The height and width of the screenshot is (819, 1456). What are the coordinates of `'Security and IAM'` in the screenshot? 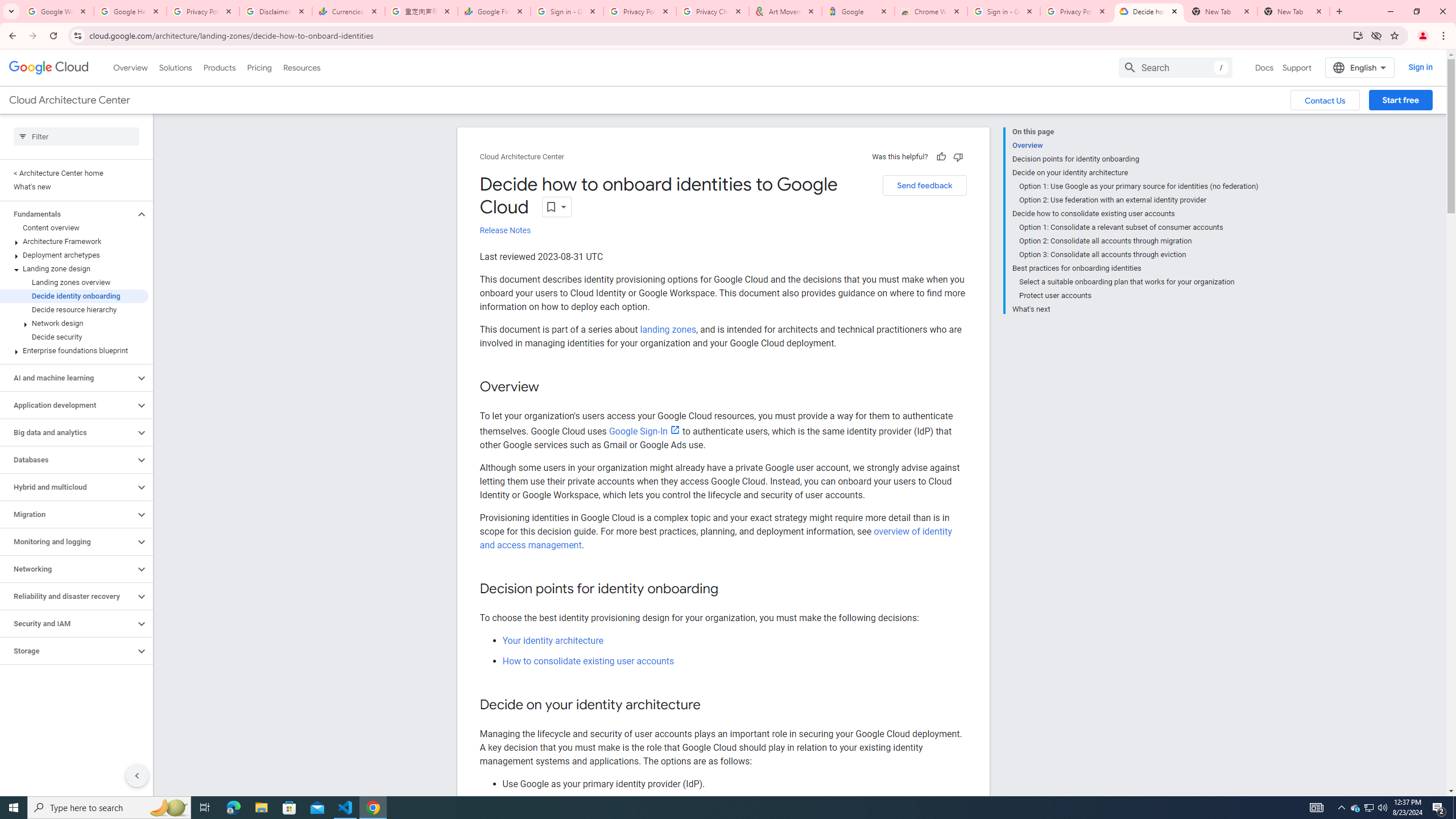 It's located at (67, 623).